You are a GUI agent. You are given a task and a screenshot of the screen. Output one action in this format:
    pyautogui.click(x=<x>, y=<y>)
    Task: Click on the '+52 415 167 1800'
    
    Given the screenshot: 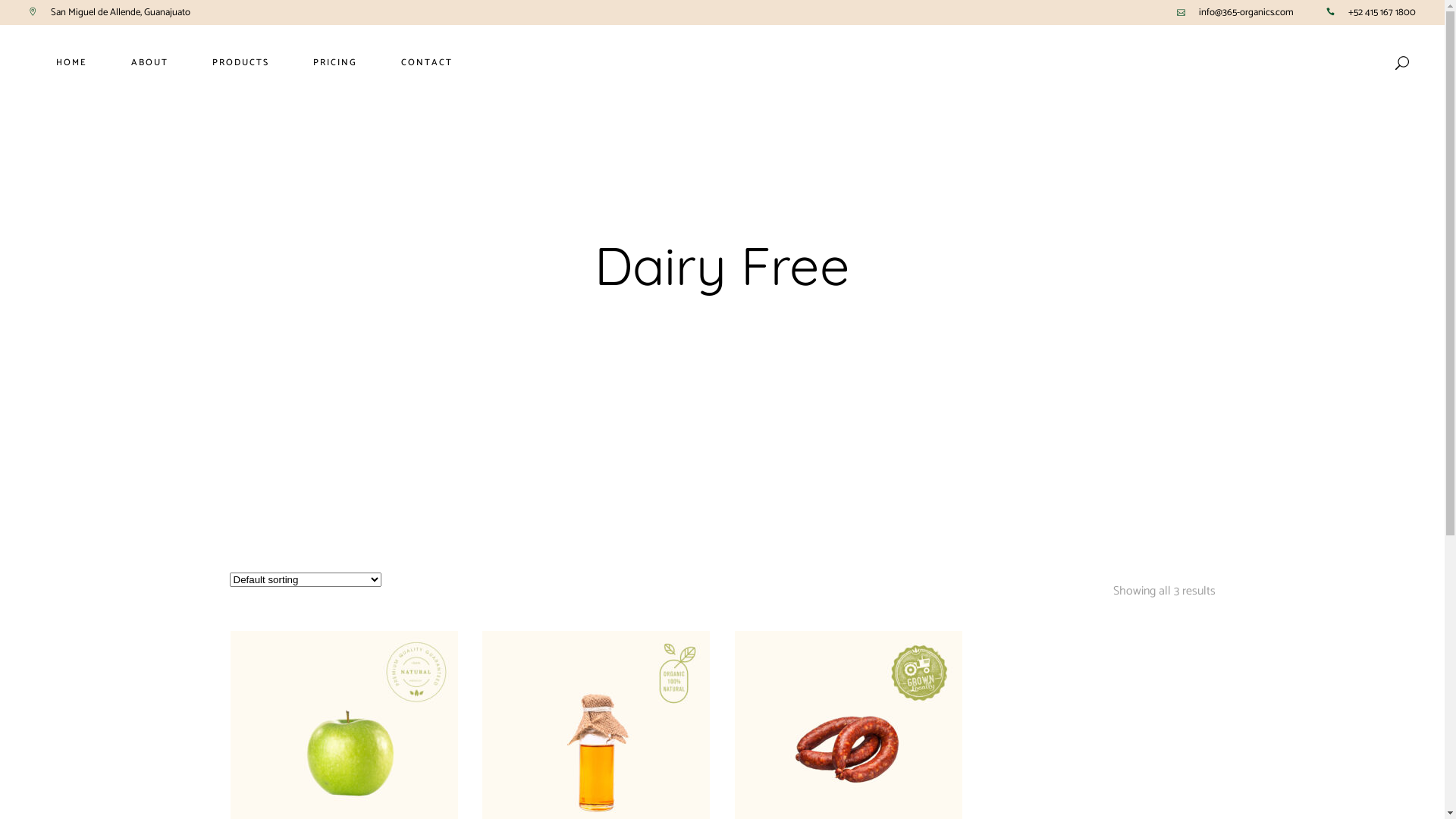 What is the action you would take?
    pyautogui.click(x=1382, y=12)
    